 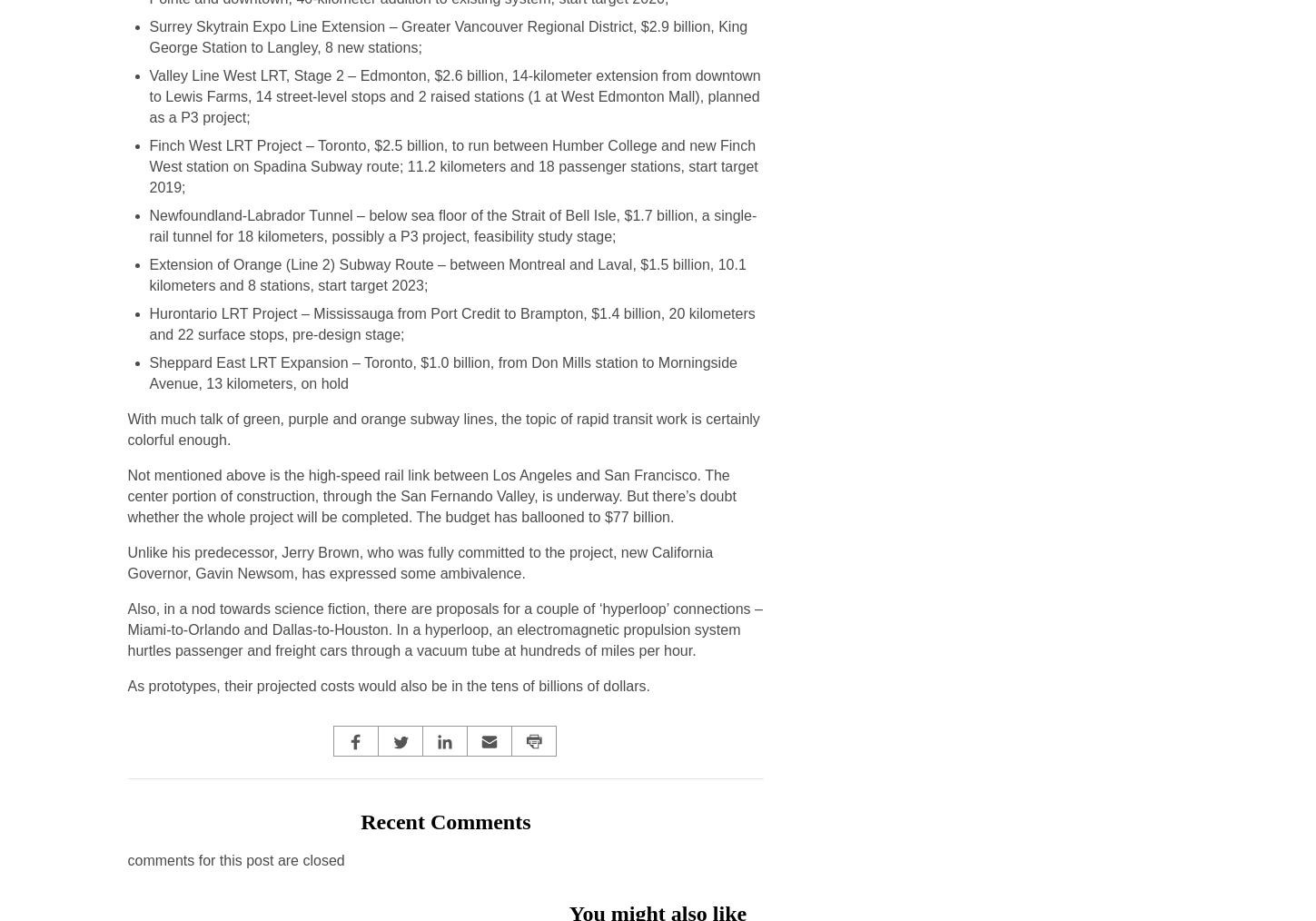 What do you see at coordinates (442, 371) in the screenshot?
I see `'Sheppard  East LRT Expansion – Toronto, $1.0 billion, from Don Mills station to  Morningside Avenue, 13 kilometers, on hold'` at bounding box center [442, 371].